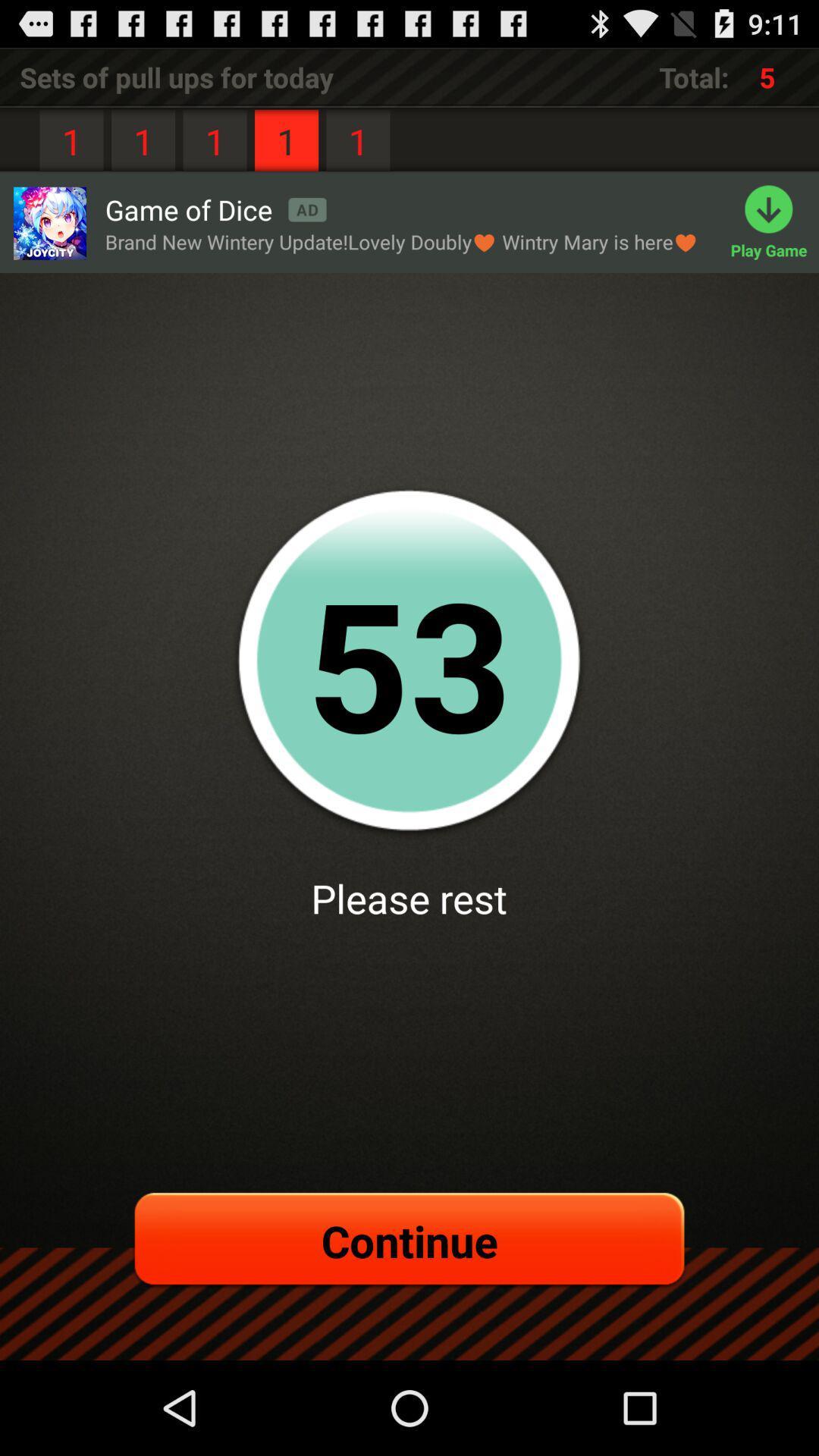  What do you see at coordinates (215, 209) in the screenshot?
I see `game of dice icon` at bounding box center [215, 209].